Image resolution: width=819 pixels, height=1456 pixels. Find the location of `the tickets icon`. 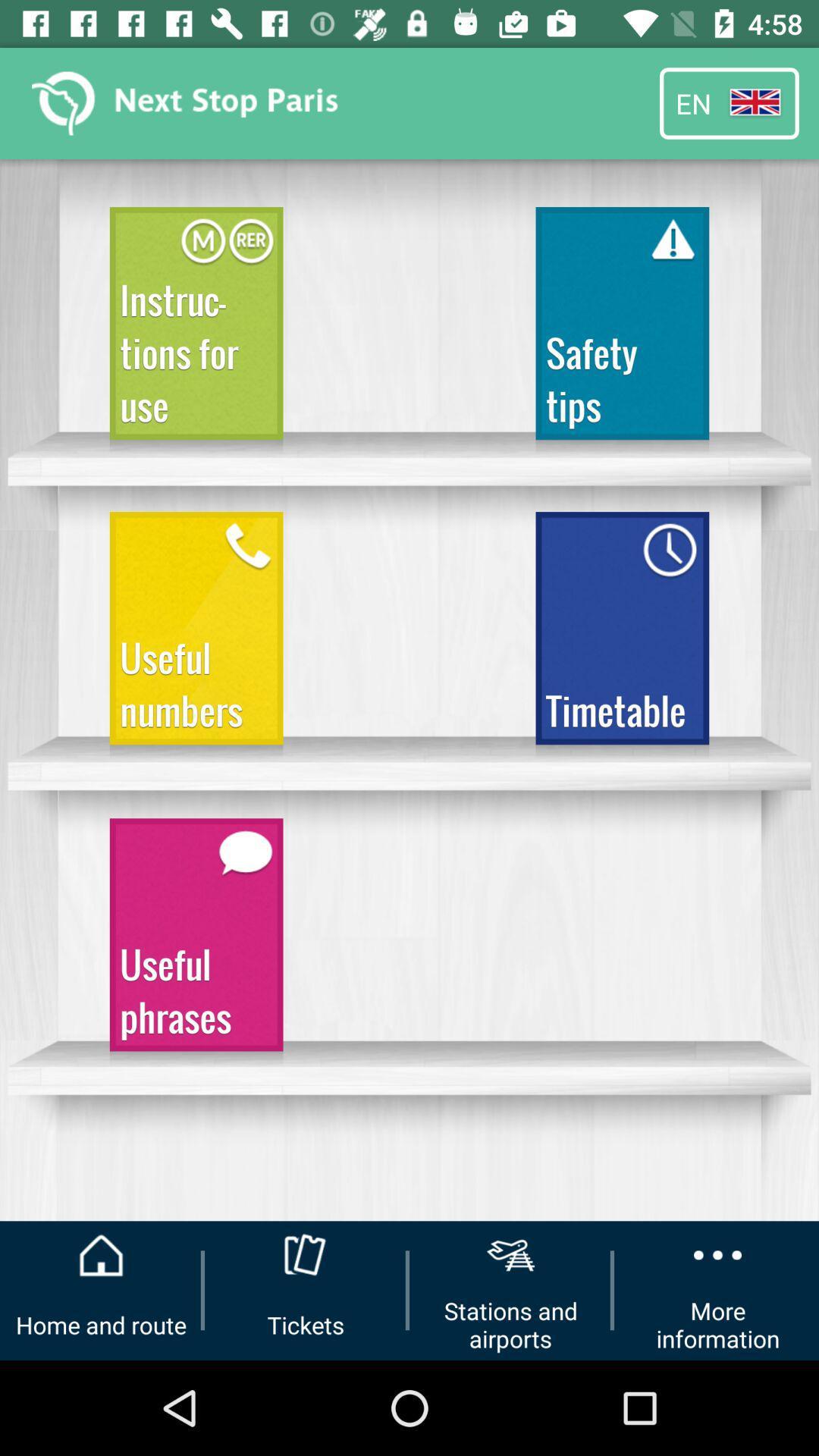

the tickets icon is located at coordinates (306, 1255).